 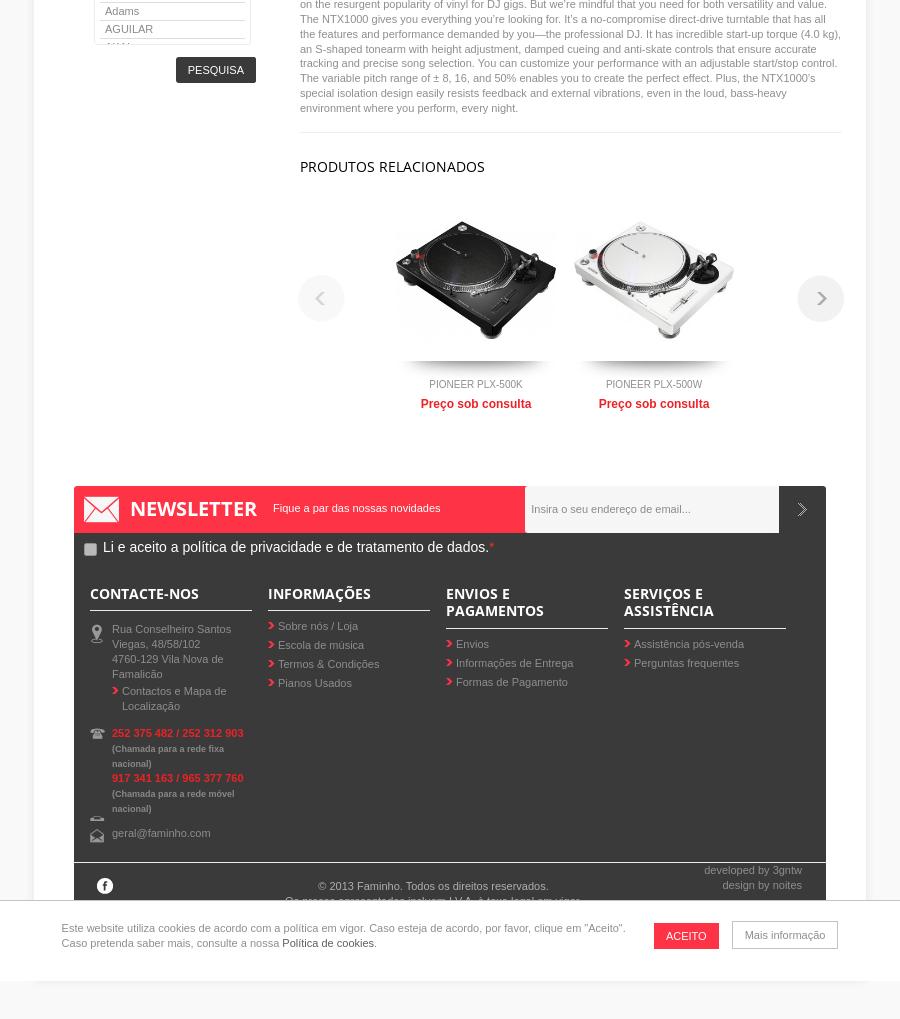 I want to click on 'Pianos Usados', so click(x=314, y=681).